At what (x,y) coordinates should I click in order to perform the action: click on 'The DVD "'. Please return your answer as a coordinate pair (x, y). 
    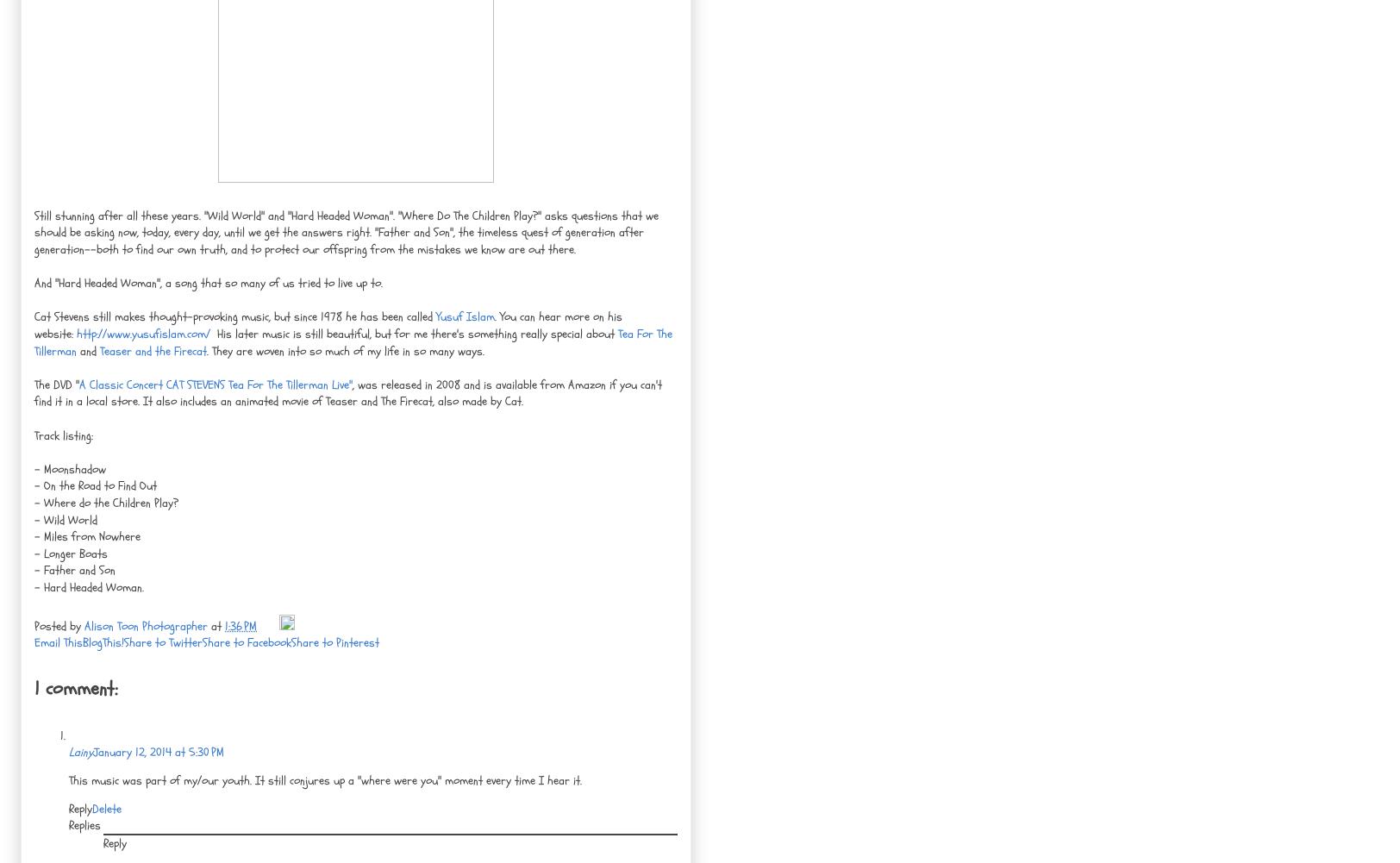
    Looking at the image, I should click on (56, 384).